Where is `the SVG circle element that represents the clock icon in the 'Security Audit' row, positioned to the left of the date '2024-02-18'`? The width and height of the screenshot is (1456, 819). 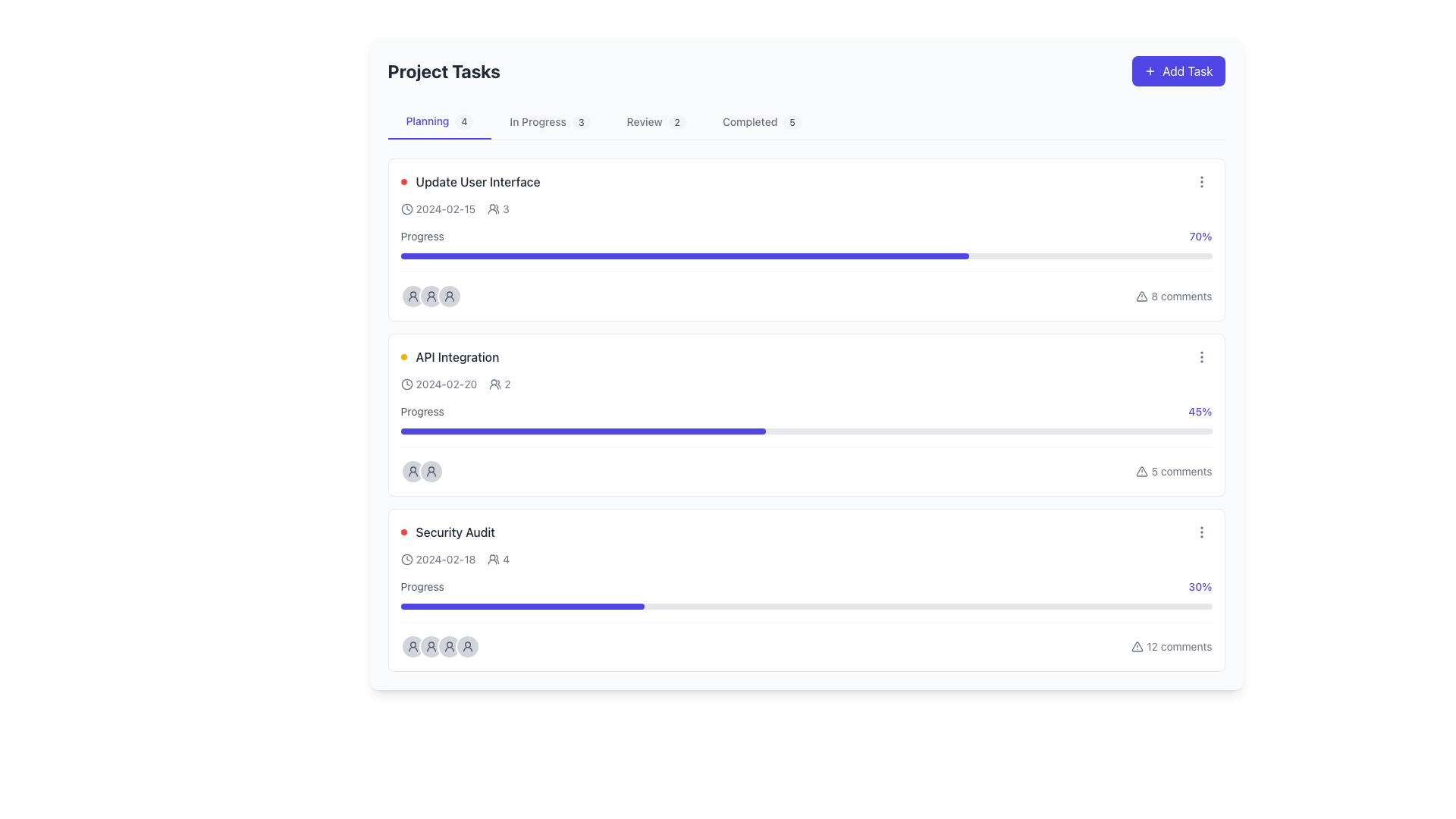 the SVG circle element that represents the clock icon in the 'Security Audit' row, positioned to the left of the date '2024-02-18' is located at coordinates (406, 559).